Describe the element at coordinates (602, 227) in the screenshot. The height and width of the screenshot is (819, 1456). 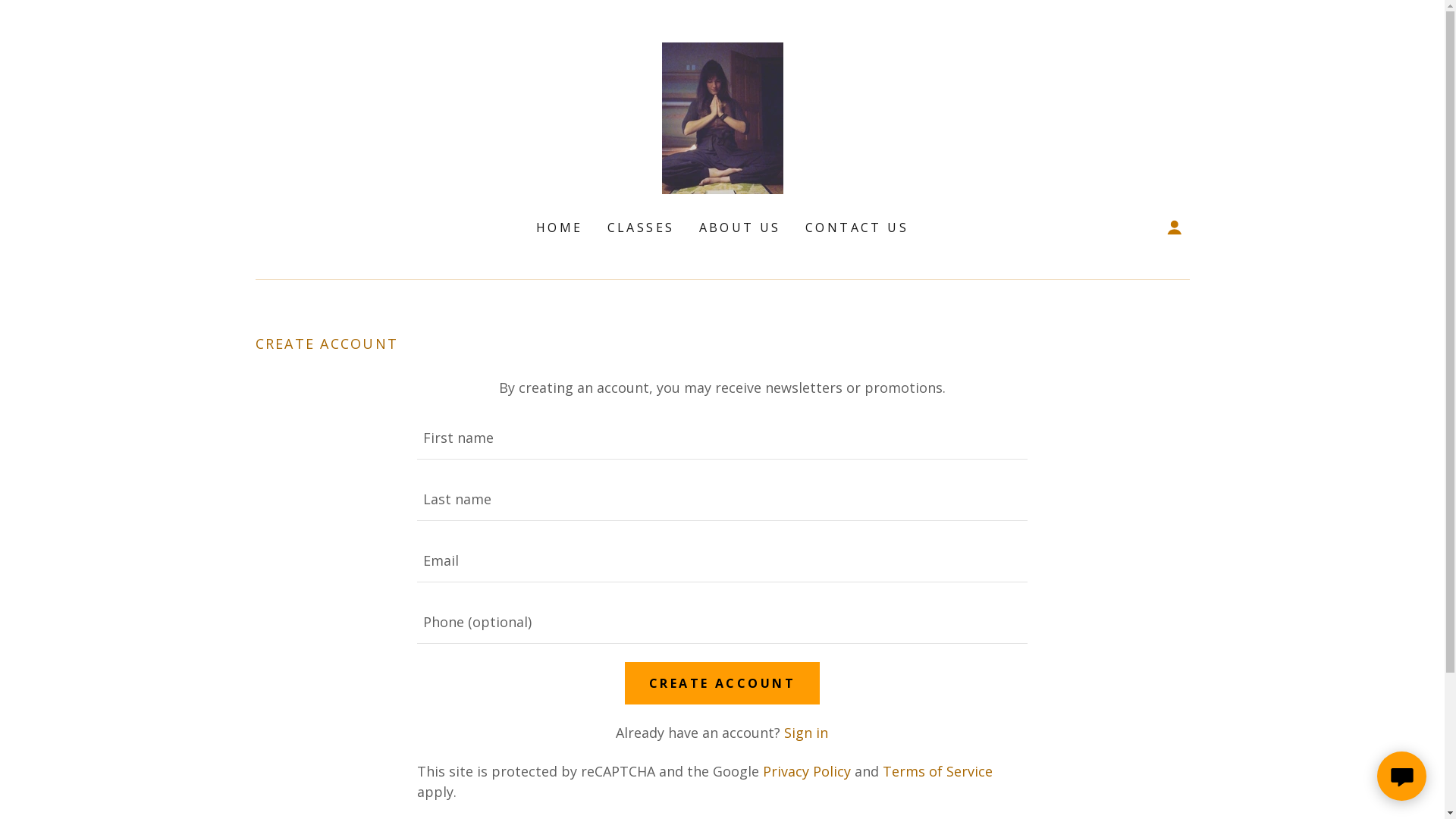
I see `'CLASSES'` at that location.